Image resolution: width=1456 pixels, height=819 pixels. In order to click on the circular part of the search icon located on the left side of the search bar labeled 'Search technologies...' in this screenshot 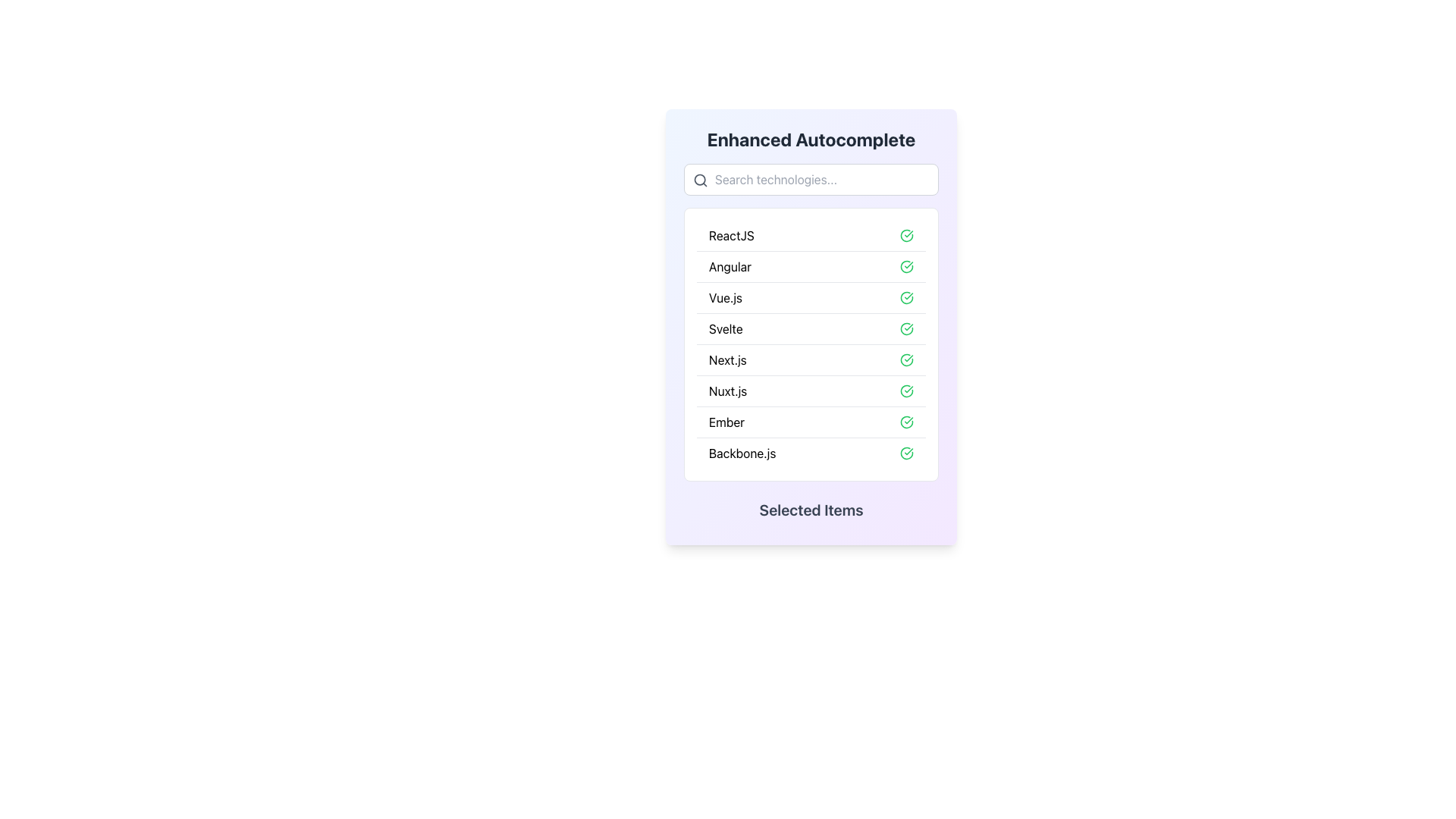, I will do `click(699, 179)`.